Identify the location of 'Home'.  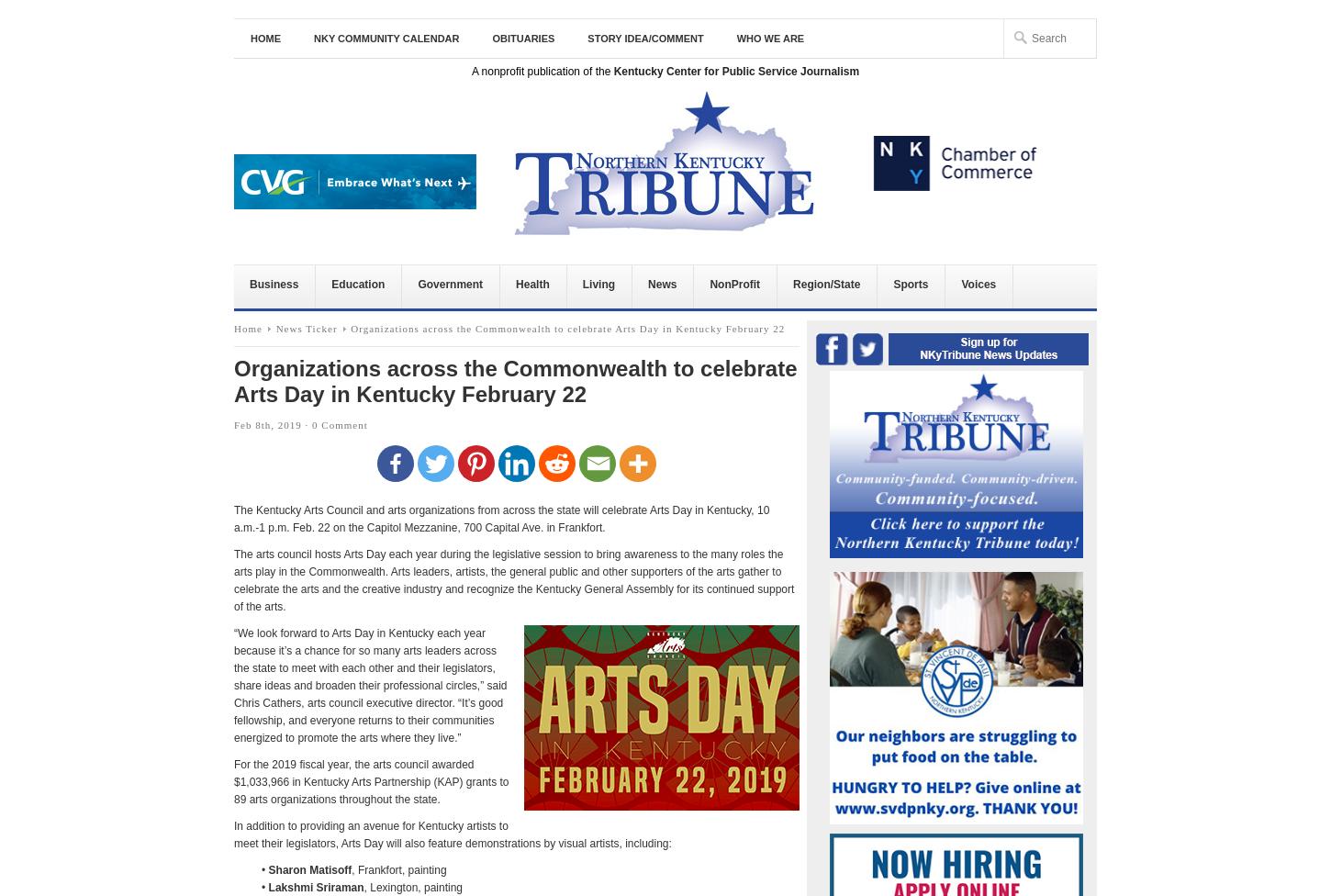
(234, 328).